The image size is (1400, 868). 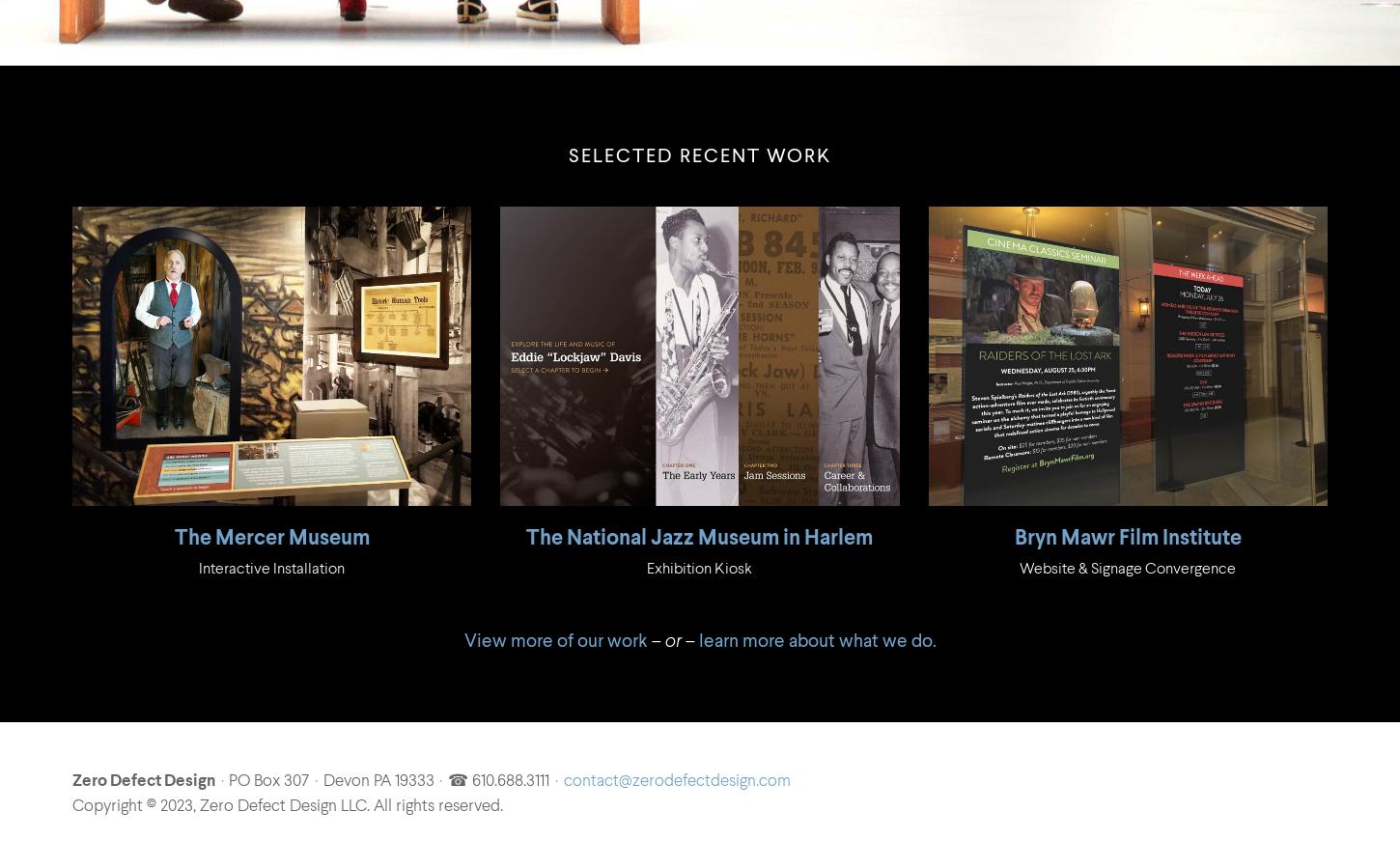 What do you see at coordinates (671, 640) in the screenshot?
I see `'or'` at bounding box center [671, 640].